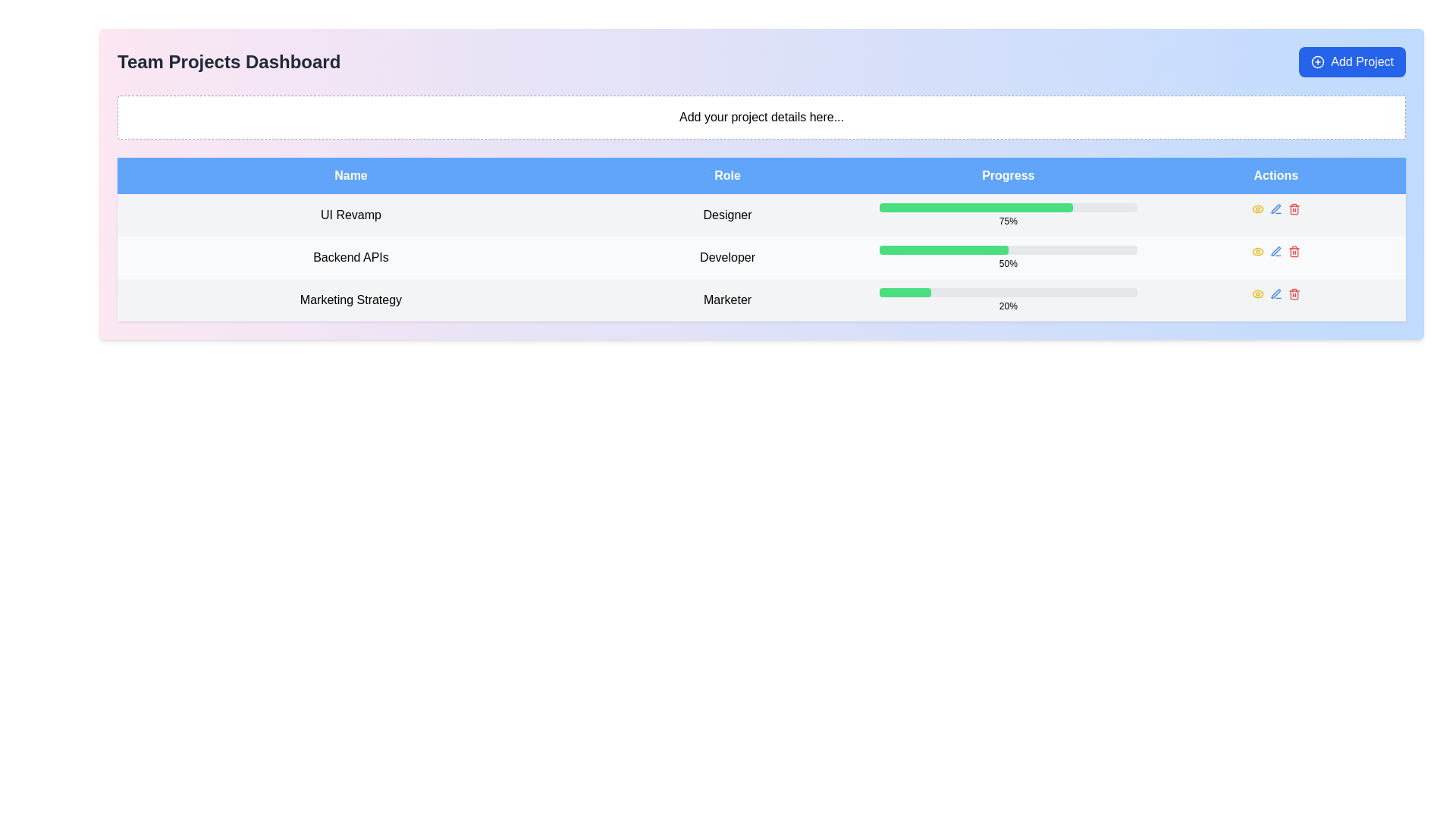  What do you see at coordinates (905, 292) in the screenshot?
I see `the green progress bar indicator in the 'Progress' column of the 'Marketing Strategy' row within the 'Team Projects Dashboard' table, which represents 20% completion` at bounding box center [905, 292].